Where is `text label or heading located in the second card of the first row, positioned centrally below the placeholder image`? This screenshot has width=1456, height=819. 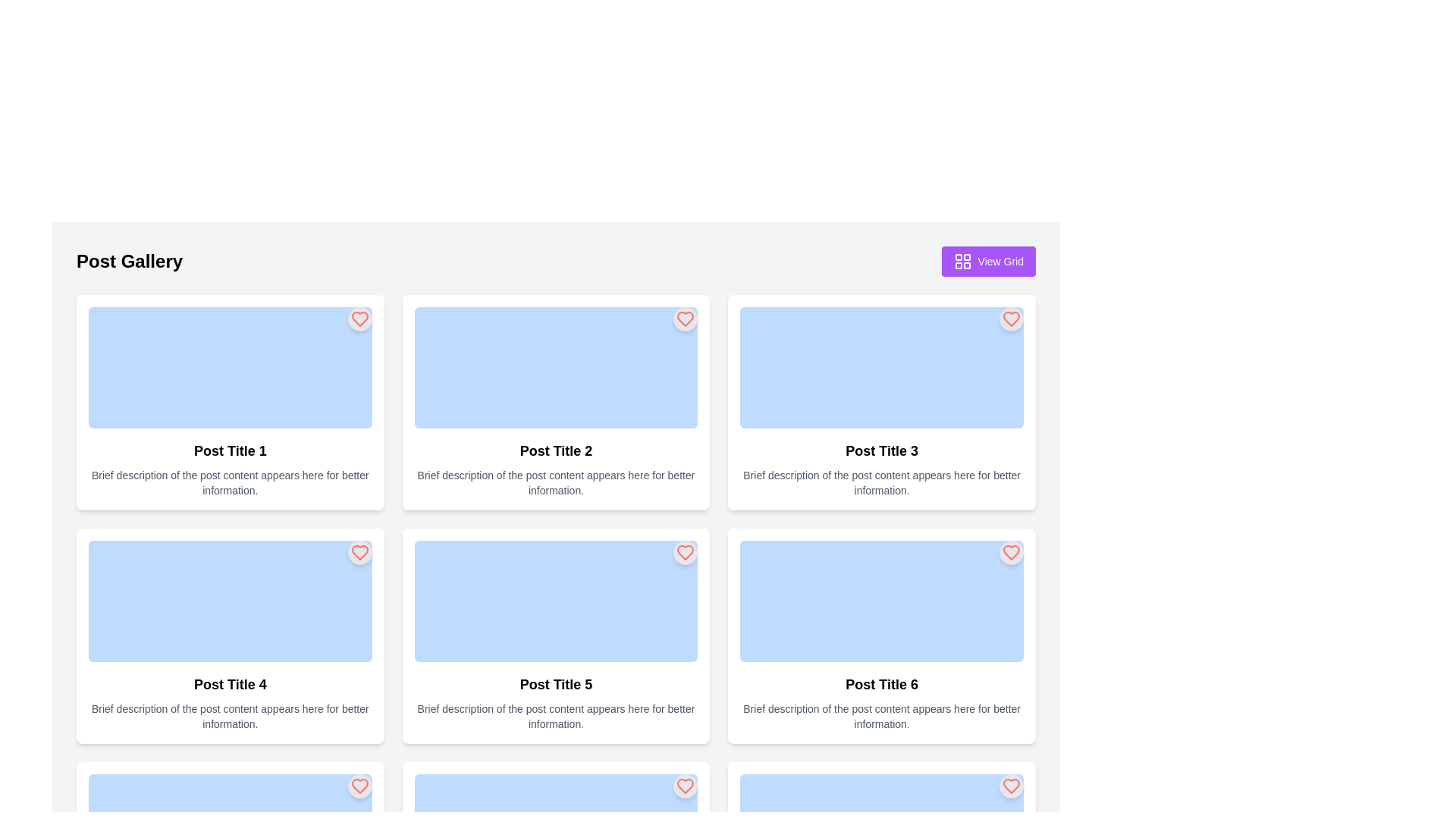 text label or heading located in the second card of the first row, positioned centrally below the placeholder image is located at coordinates (555, 450).